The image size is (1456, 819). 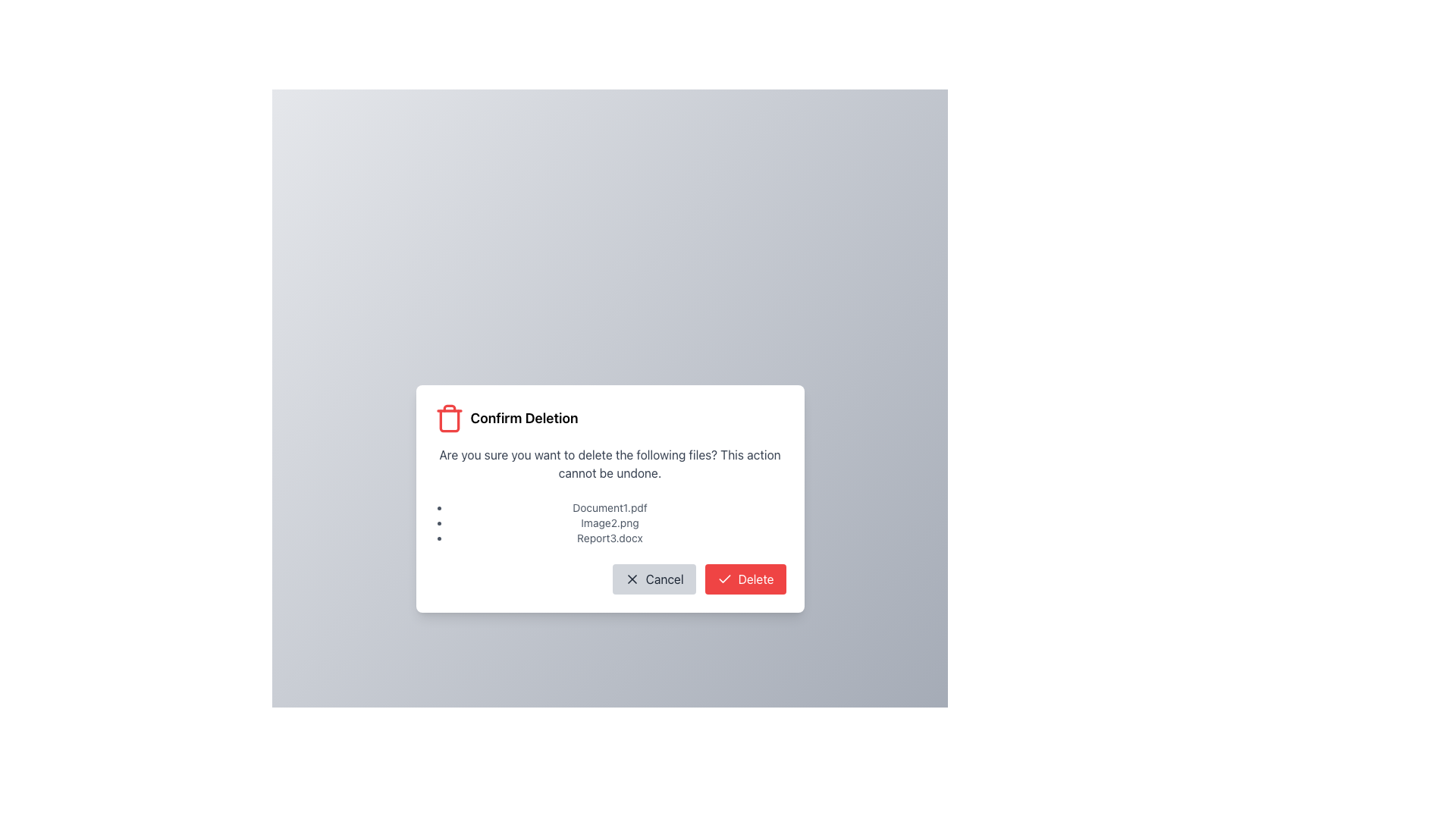 I want to click on the close/cancel SVG icon located in the Cancel button of the modal dialog box, so click(x=632, y=579).